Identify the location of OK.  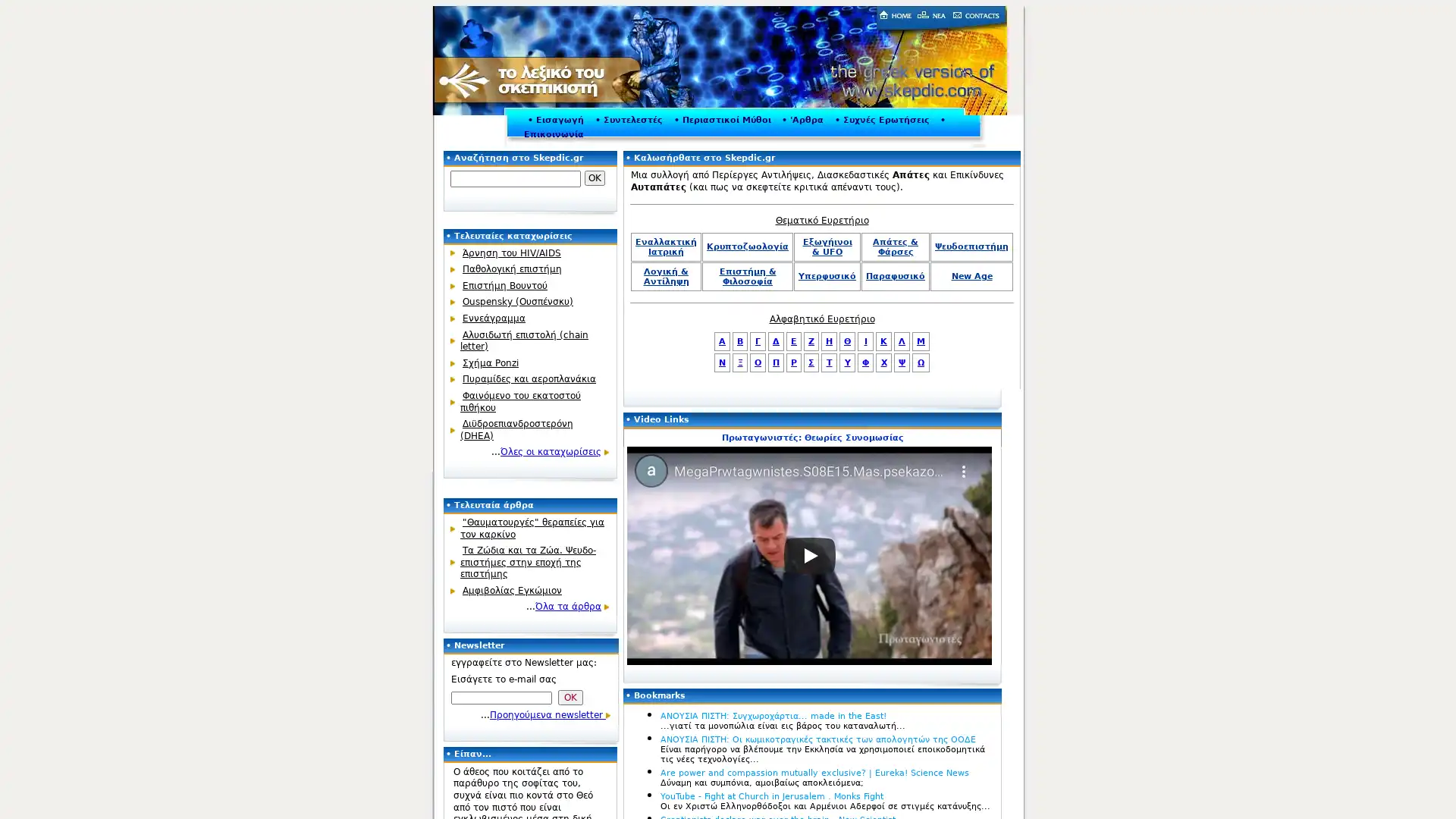
(594, 177).